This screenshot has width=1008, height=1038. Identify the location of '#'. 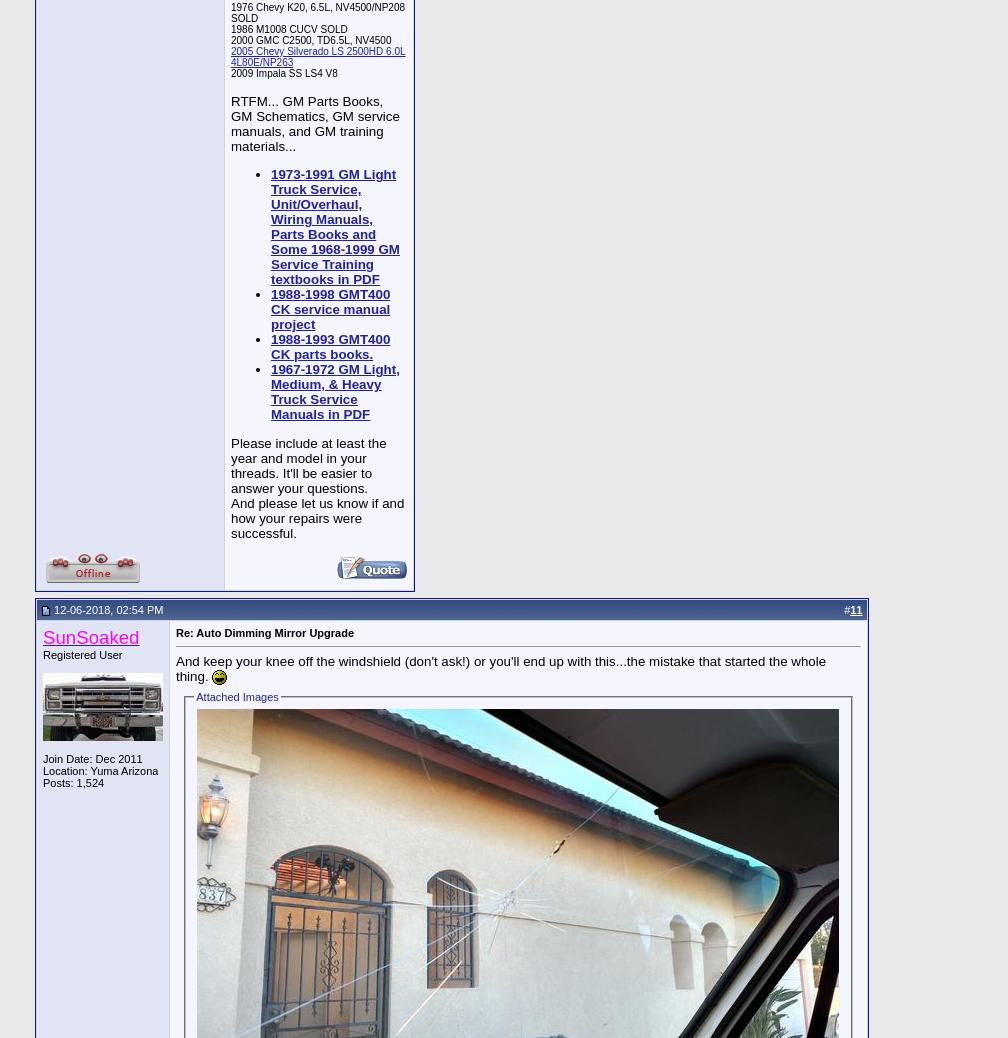
(843, 607).